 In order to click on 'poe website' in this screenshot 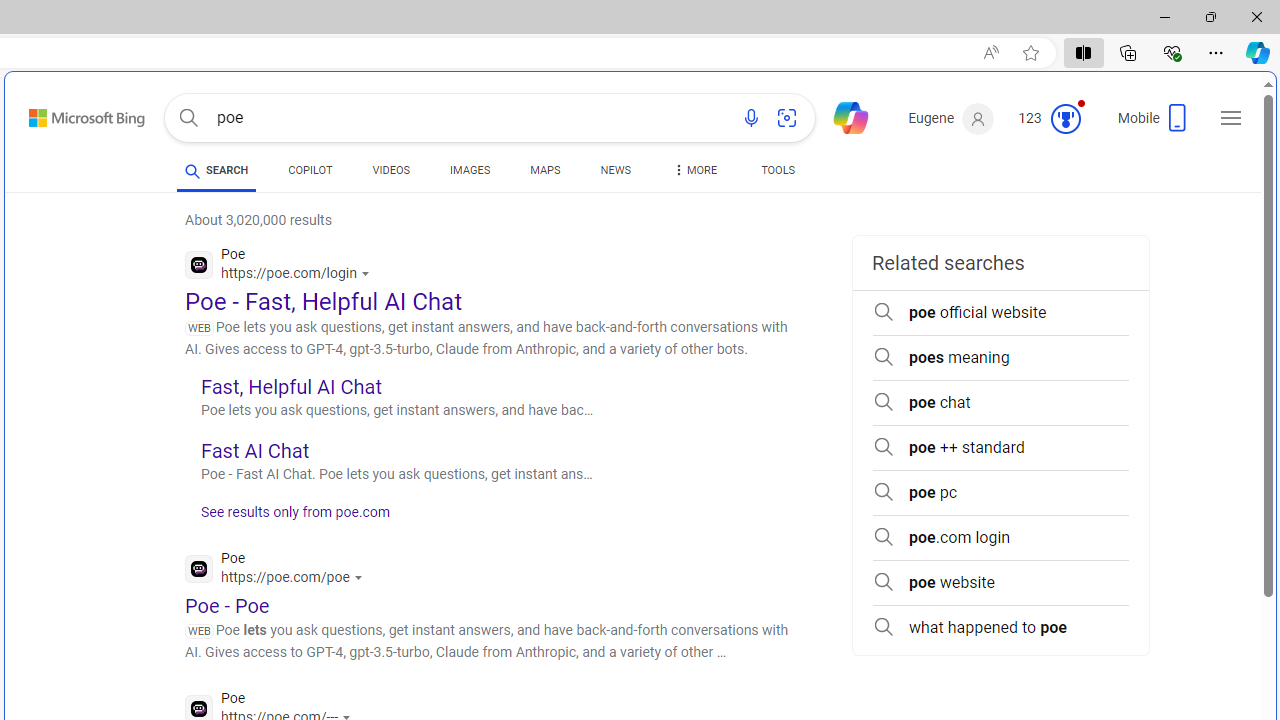, I will do `click(1000, 582)`.